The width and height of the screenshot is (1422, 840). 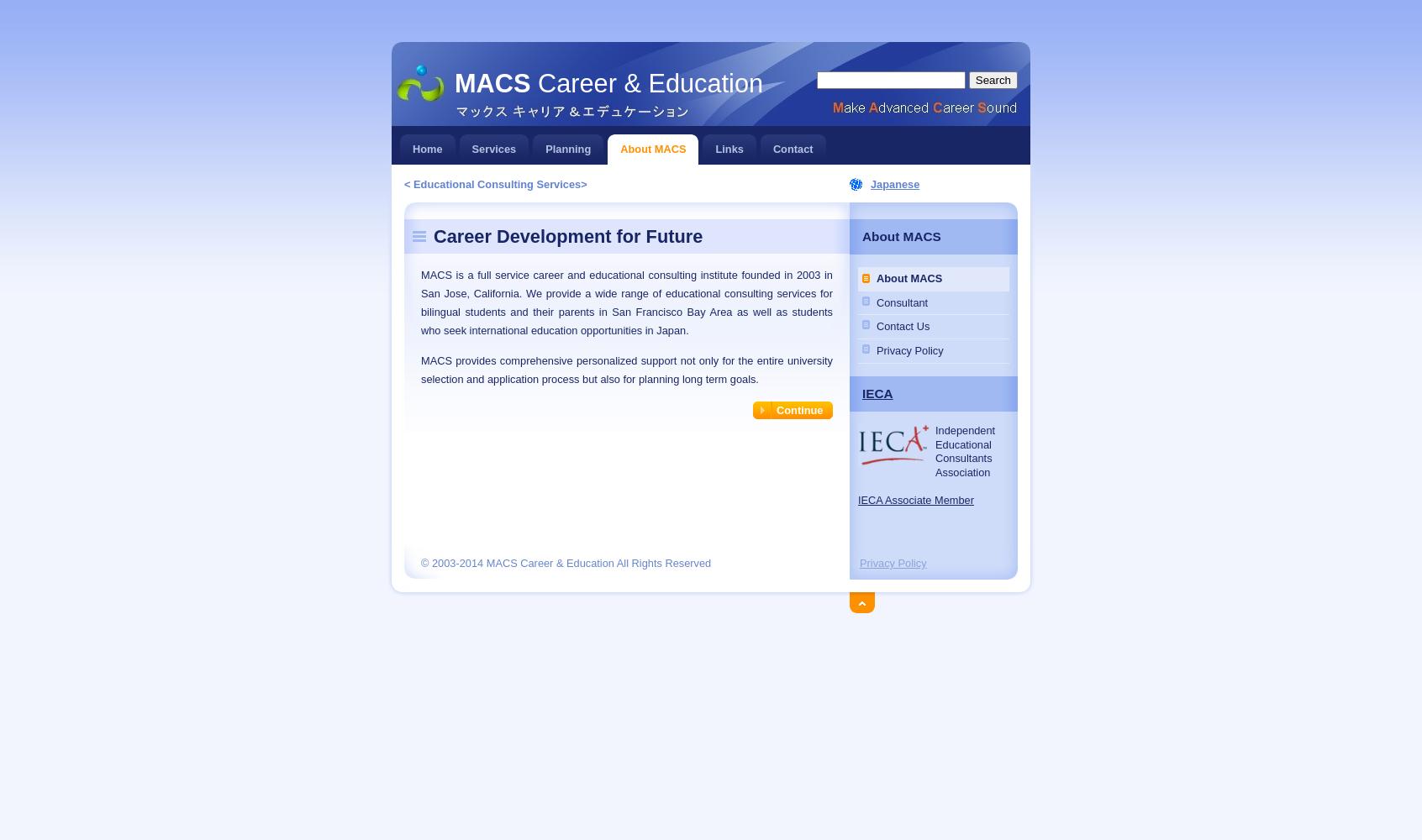 I want to click on 'Consultants', so click(x=962, y=458).